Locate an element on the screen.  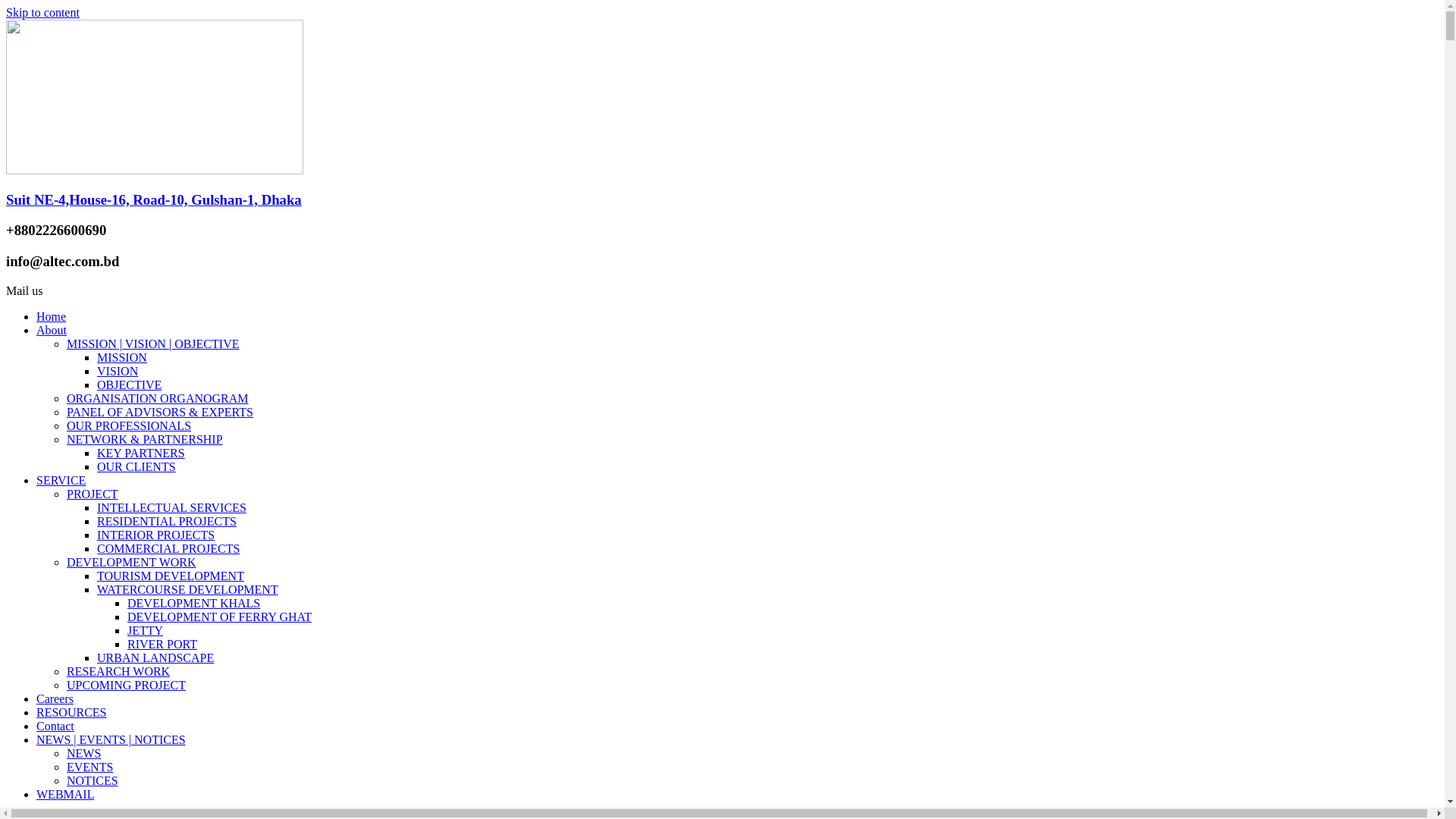
'URBAN LANDSCAPE' is located at coordinates (155, 657).